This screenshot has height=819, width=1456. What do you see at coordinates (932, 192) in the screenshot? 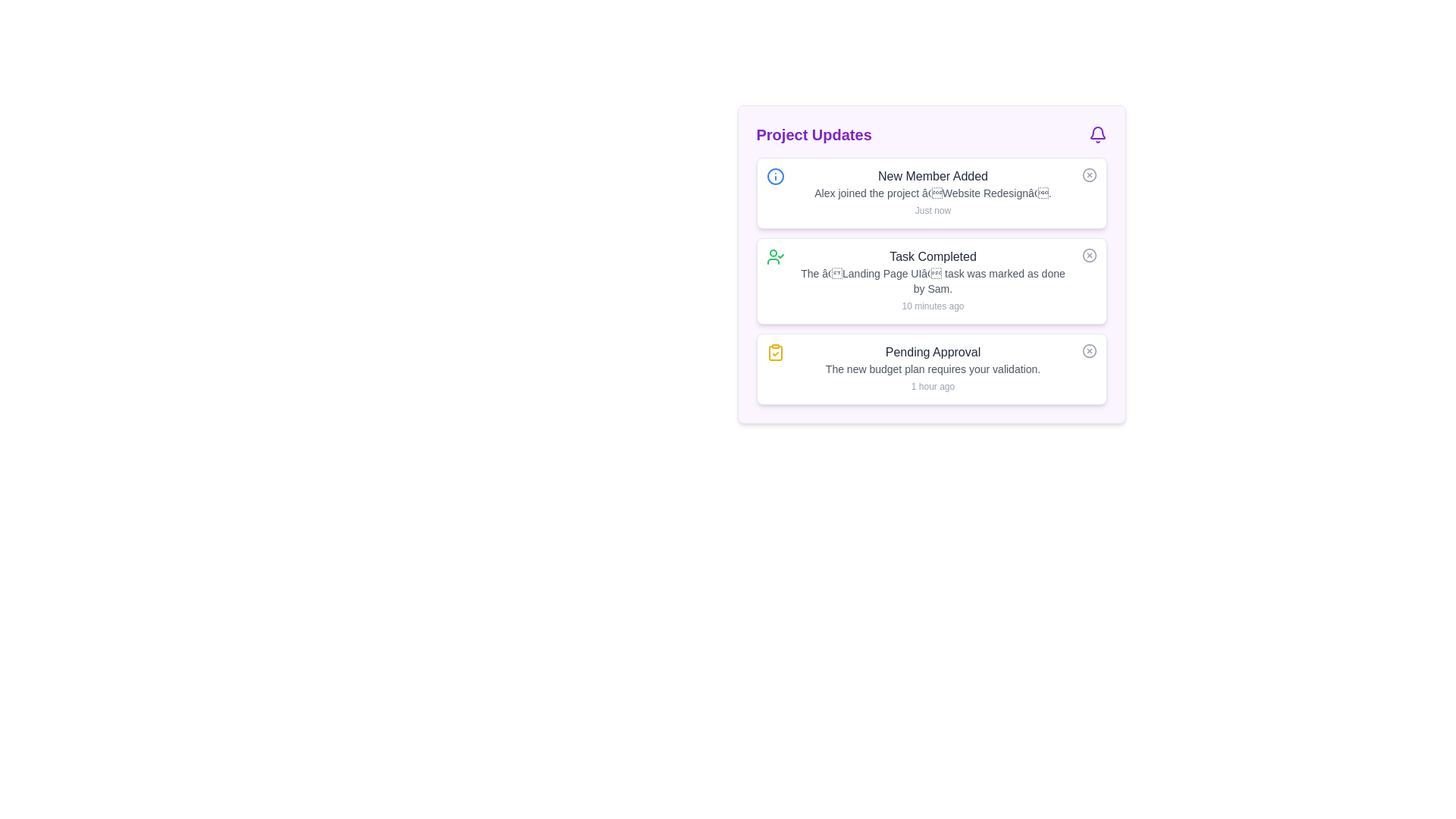
I see `the text element displaying the update about the new member Alex joining the project 'Website Redesign', which is located in the notifications panel under 'Project Updates'` at bounding box center [932, 192].